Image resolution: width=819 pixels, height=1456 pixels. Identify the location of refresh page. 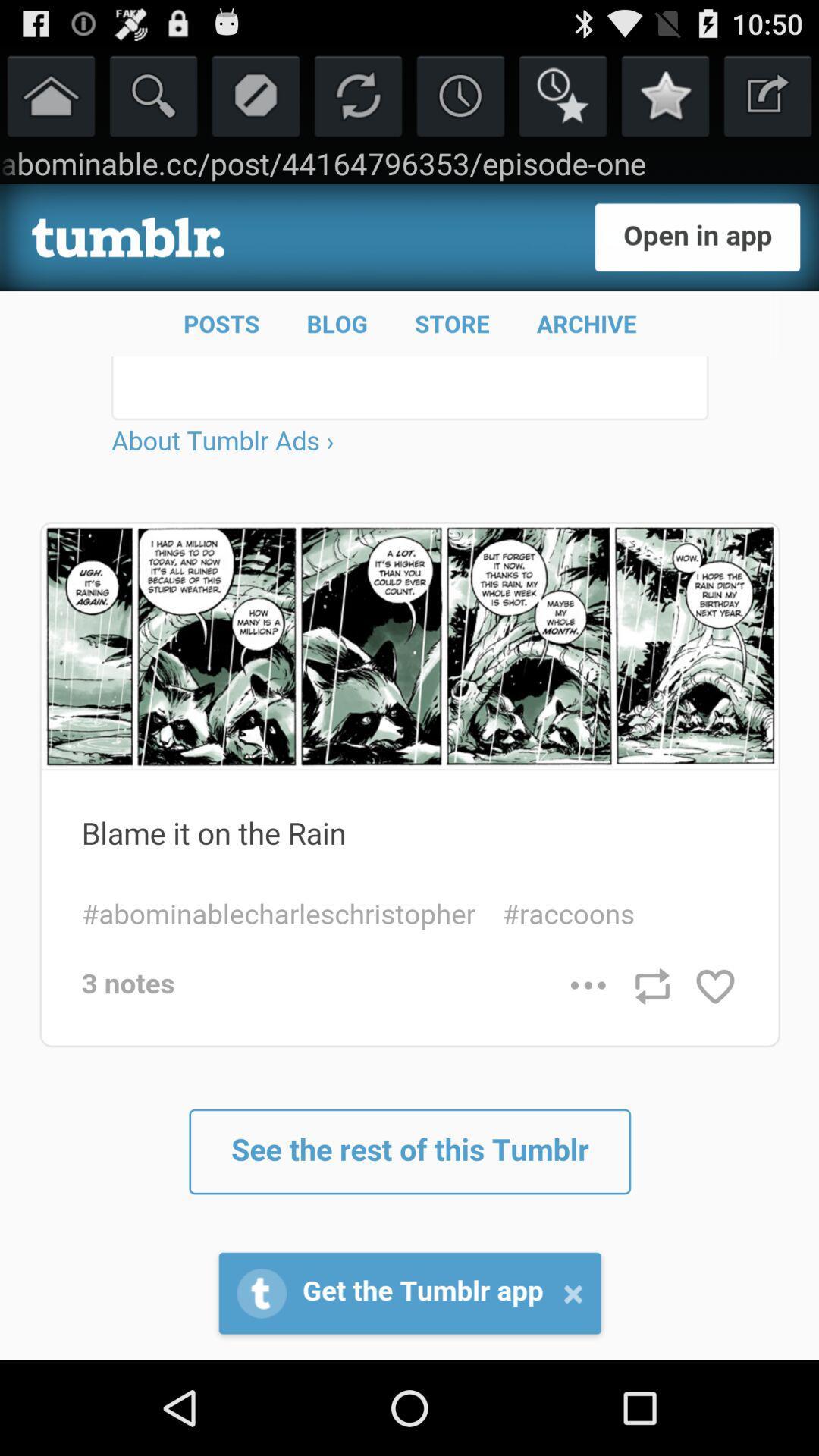
(358, 94).